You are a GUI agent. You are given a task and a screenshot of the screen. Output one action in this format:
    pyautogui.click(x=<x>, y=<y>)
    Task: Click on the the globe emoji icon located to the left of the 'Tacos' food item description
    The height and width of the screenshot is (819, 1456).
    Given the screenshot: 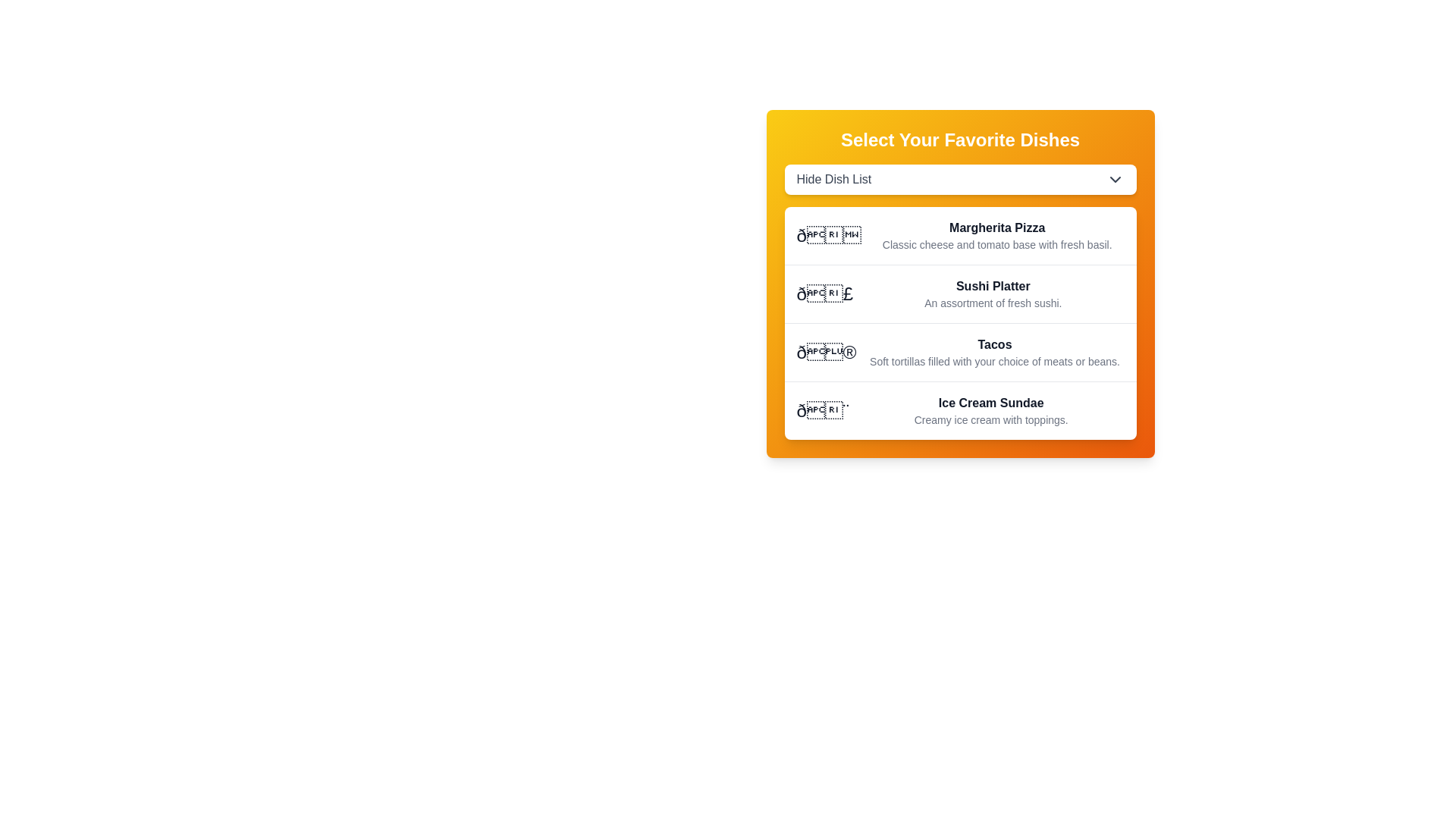 What is the action you would take?
    pyautogui.click(x=825, y=353)
    